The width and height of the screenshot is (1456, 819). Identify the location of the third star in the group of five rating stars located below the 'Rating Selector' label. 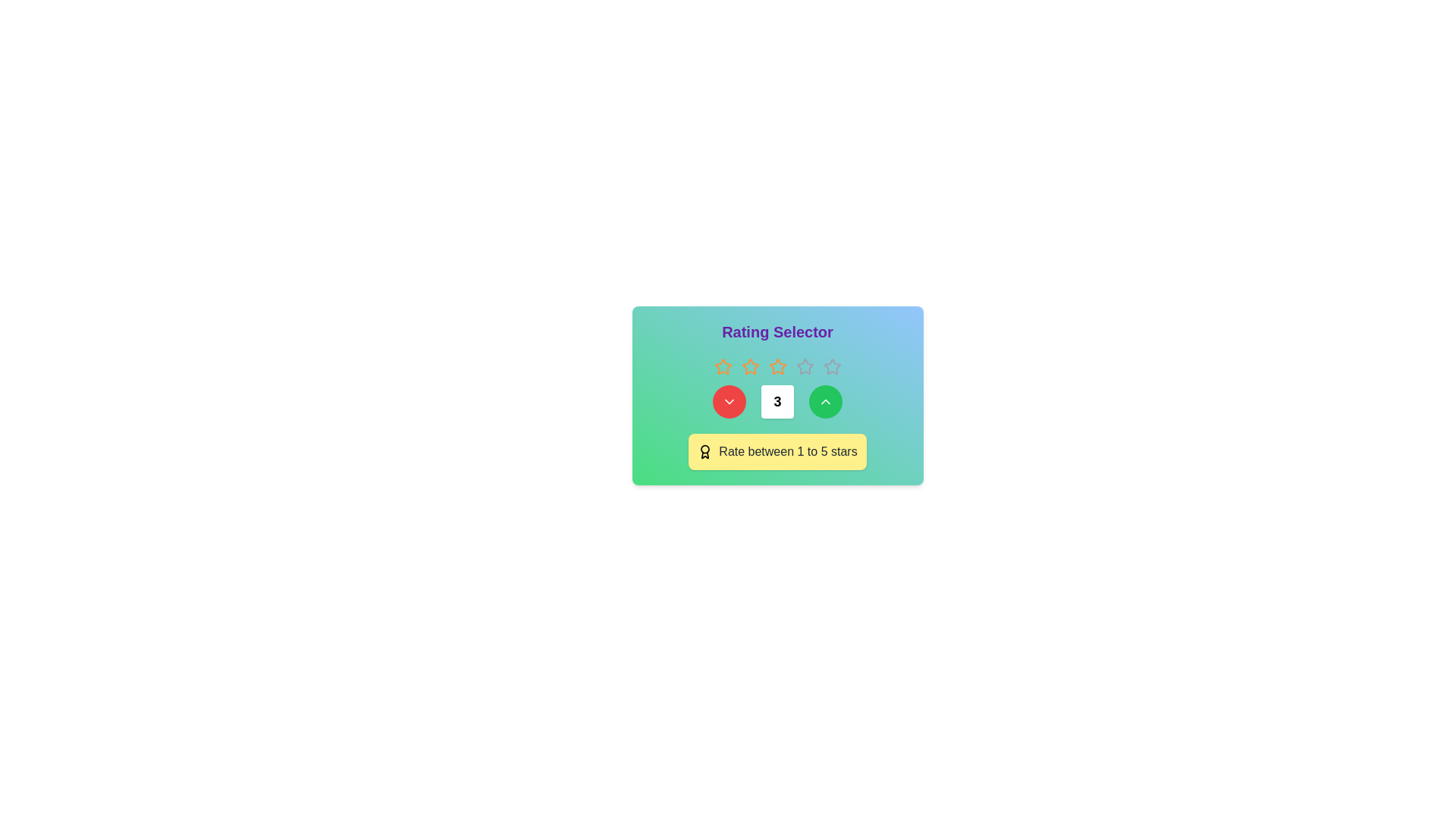
(777, 366).